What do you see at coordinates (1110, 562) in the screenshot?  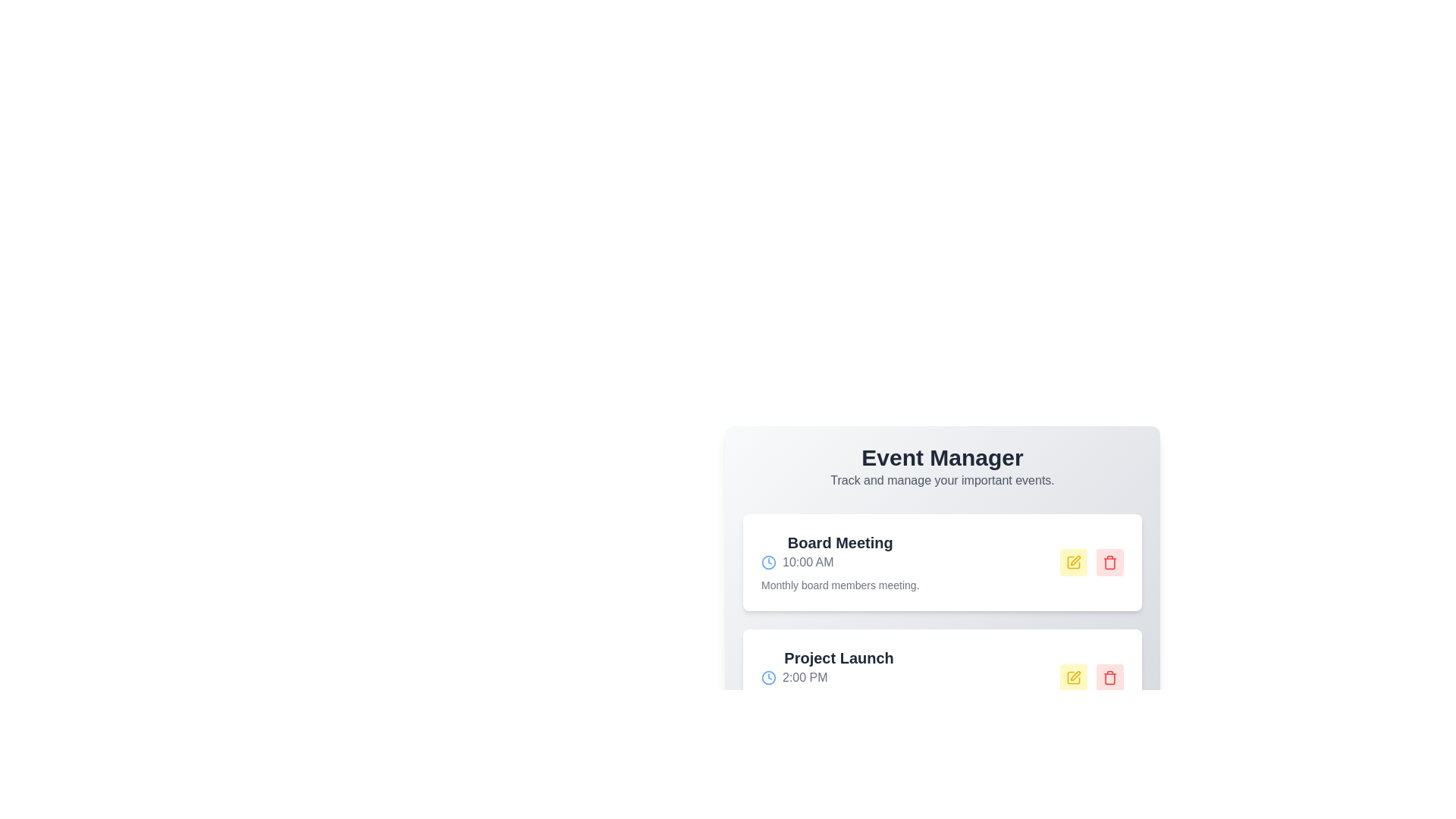 I see `delete button for the event titled 'Board Meeting'` at bounding box center [1110, 562].